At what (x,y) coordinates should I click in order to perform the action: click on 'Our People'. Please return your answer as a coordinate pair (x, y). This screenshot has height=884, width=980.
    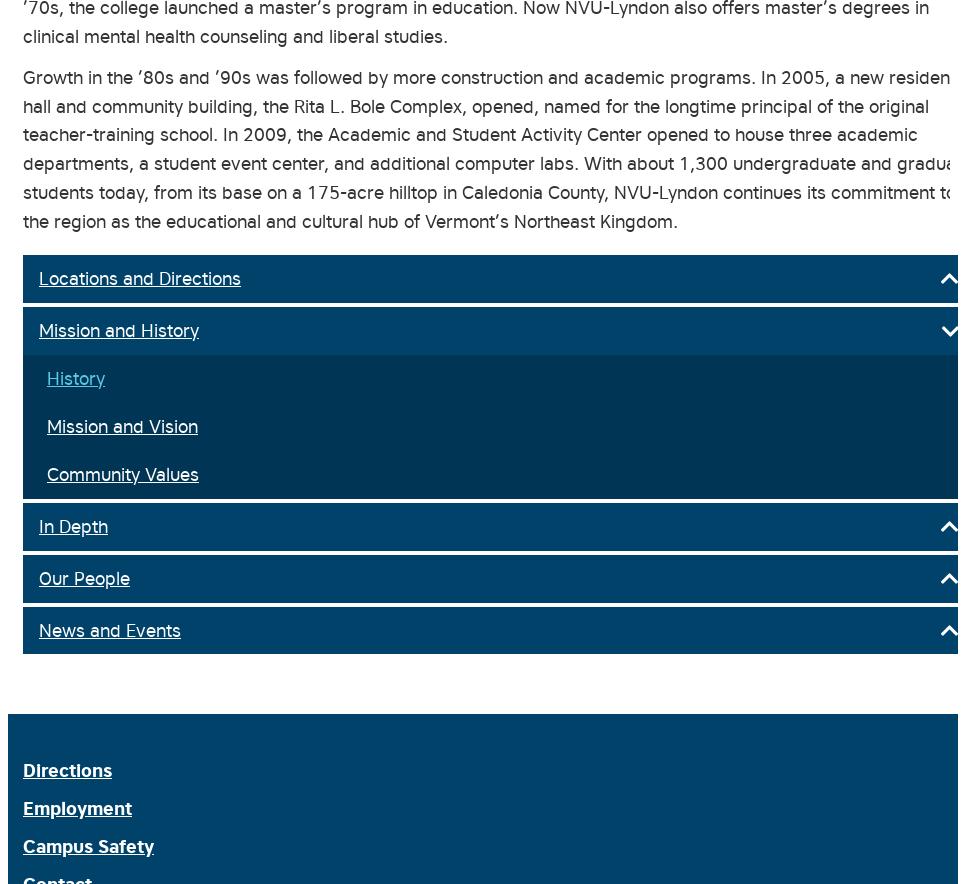
    Looking at the image, I should click on (84, 576).